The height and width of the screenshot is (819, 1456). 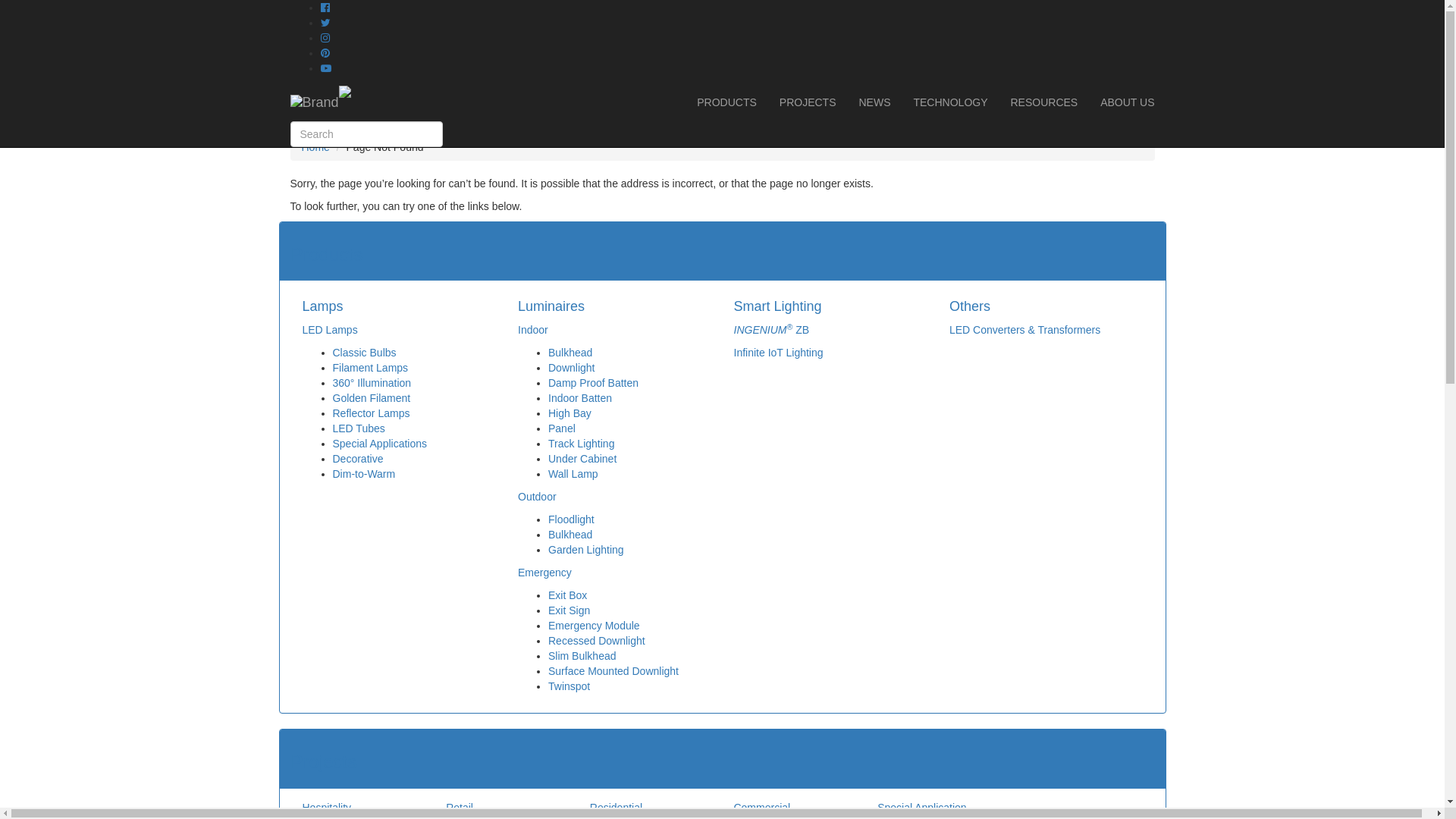 I want to click on 'High Bay', so click(x=569, y=413).